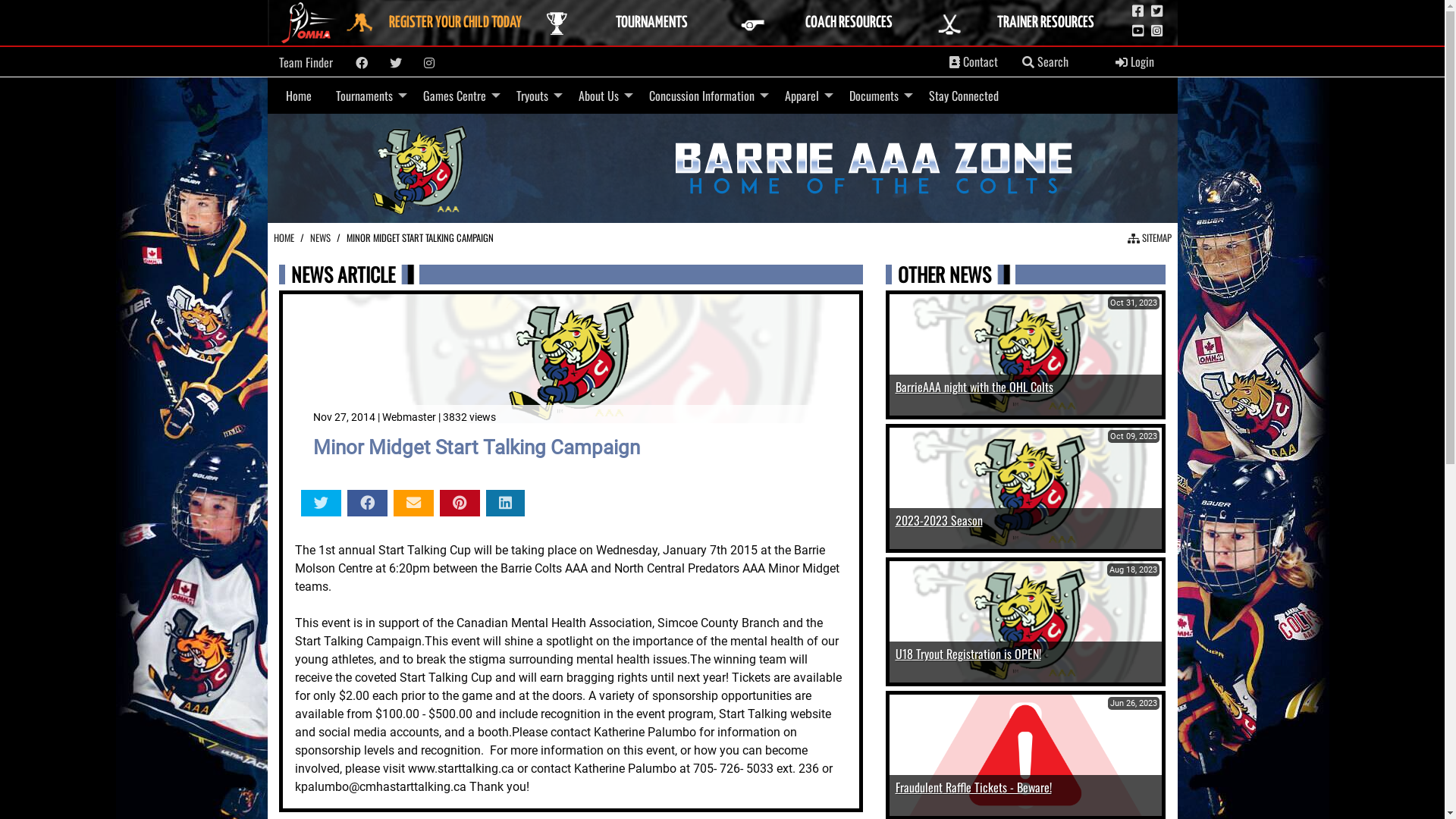 This screenshot has width=1456, height=819. Describe the element at coordinates (1137, 31) in the screenshot. I see `'OMHA YouTube Channel'` at that location.